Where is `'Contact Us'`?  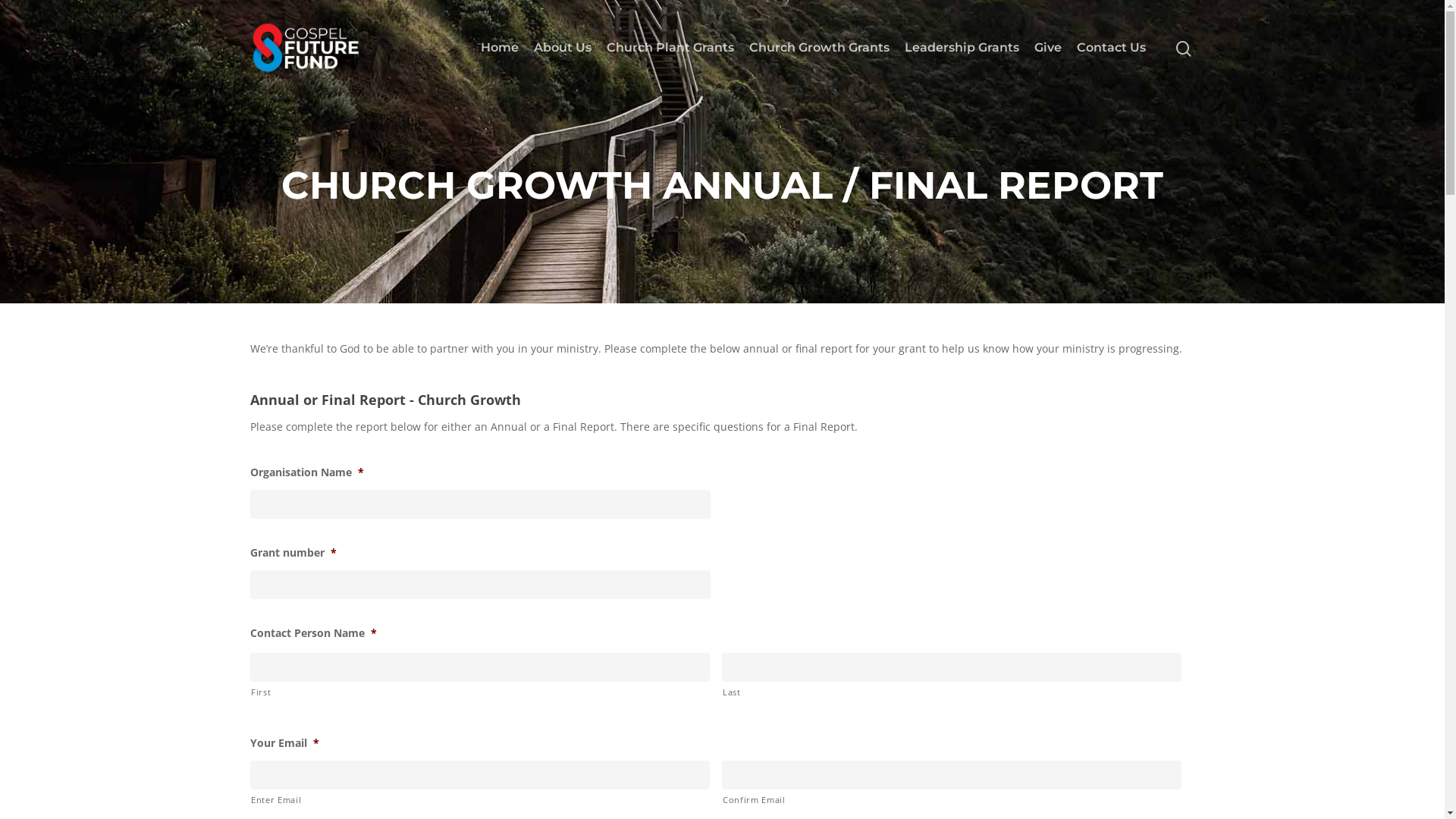
'Contact Us' is located at coordinates (1111, 46).